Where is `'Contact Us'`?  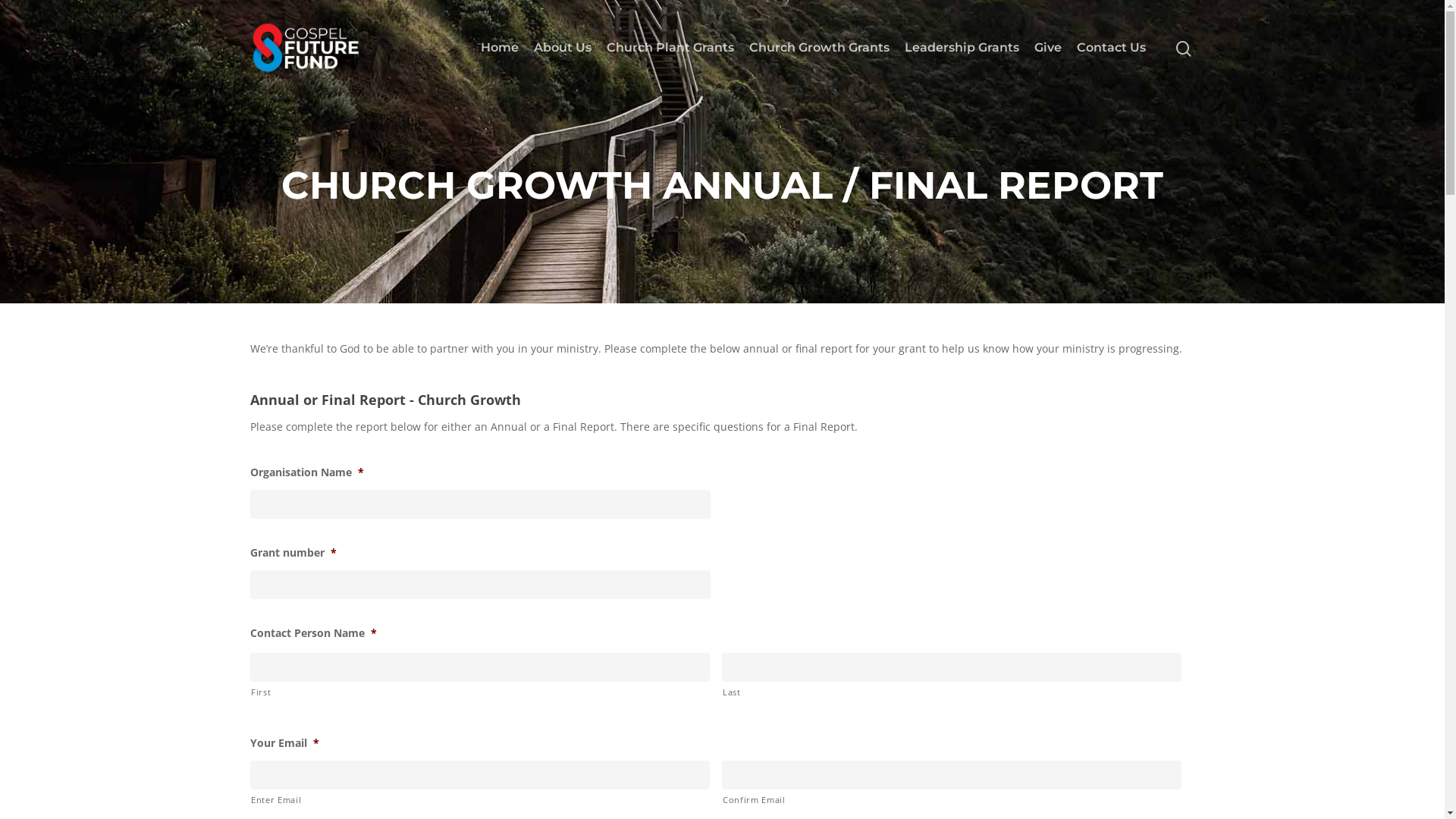
'Contact Us' is located at coordinates (1111, 46).